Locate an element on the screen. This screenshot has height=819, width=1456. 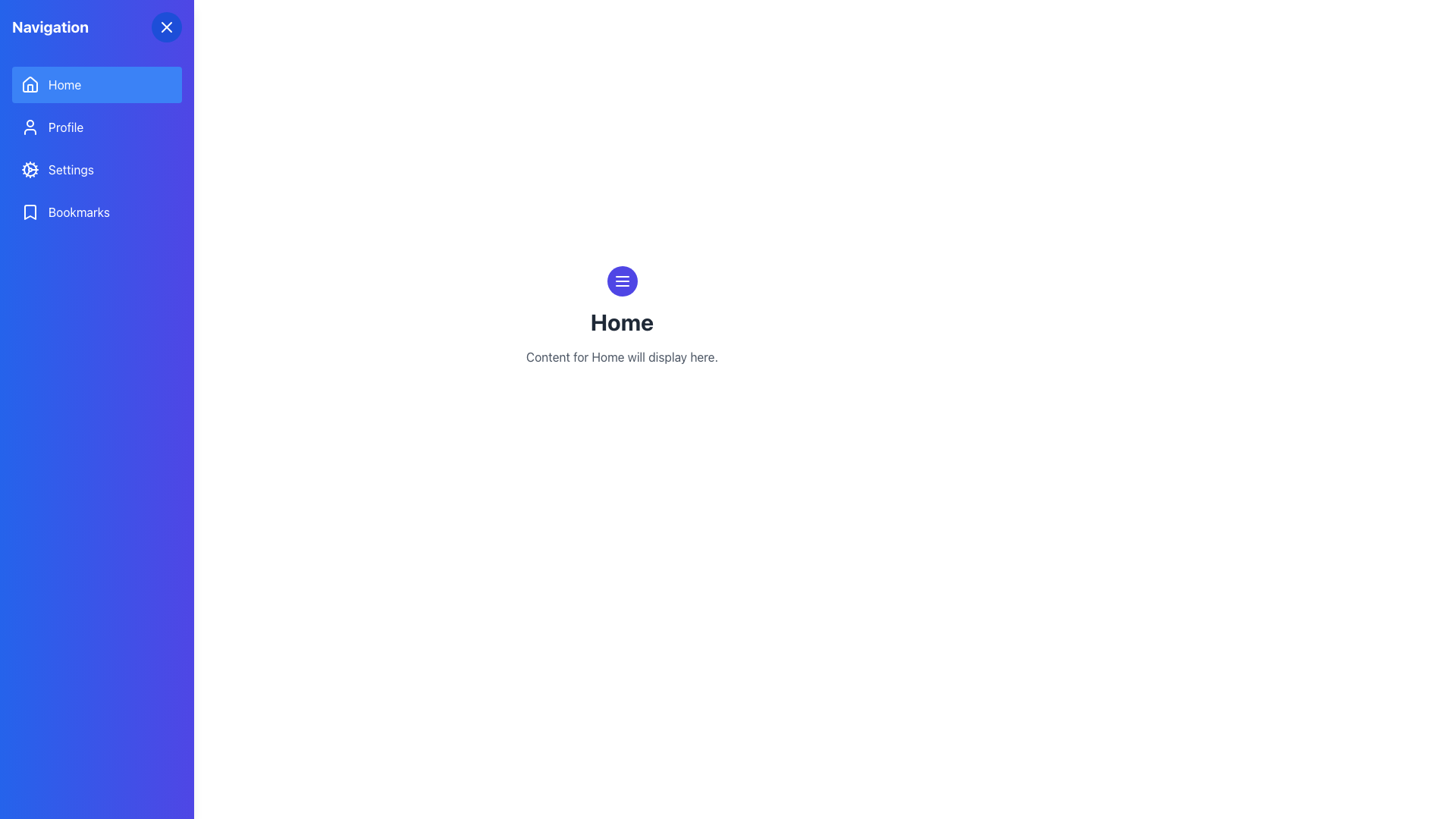
the fourth menu item in the vertical navigation bar, which serves as a navigation option for managing or viewing bookmarks is located at coordinates (96, 212).